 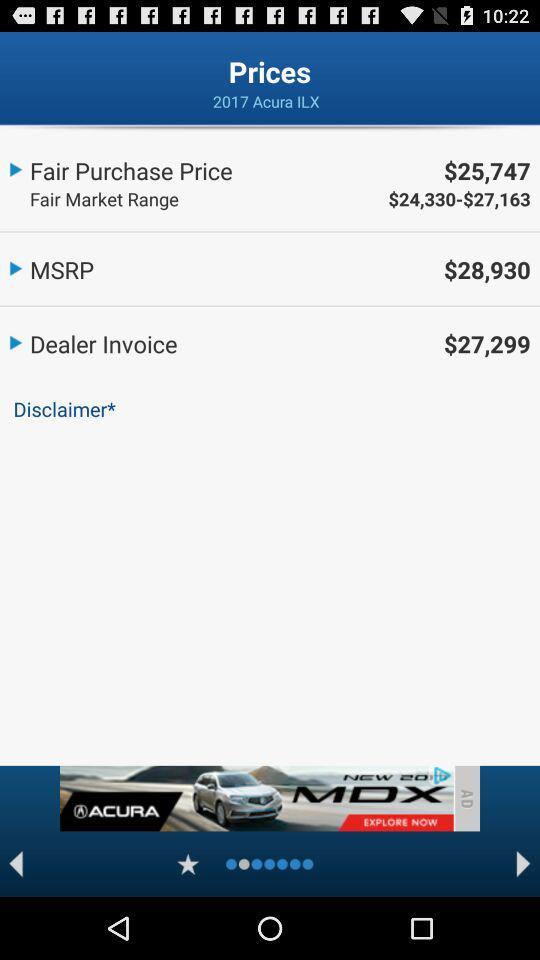 I want to click on previous, so click(x=15, y=863).